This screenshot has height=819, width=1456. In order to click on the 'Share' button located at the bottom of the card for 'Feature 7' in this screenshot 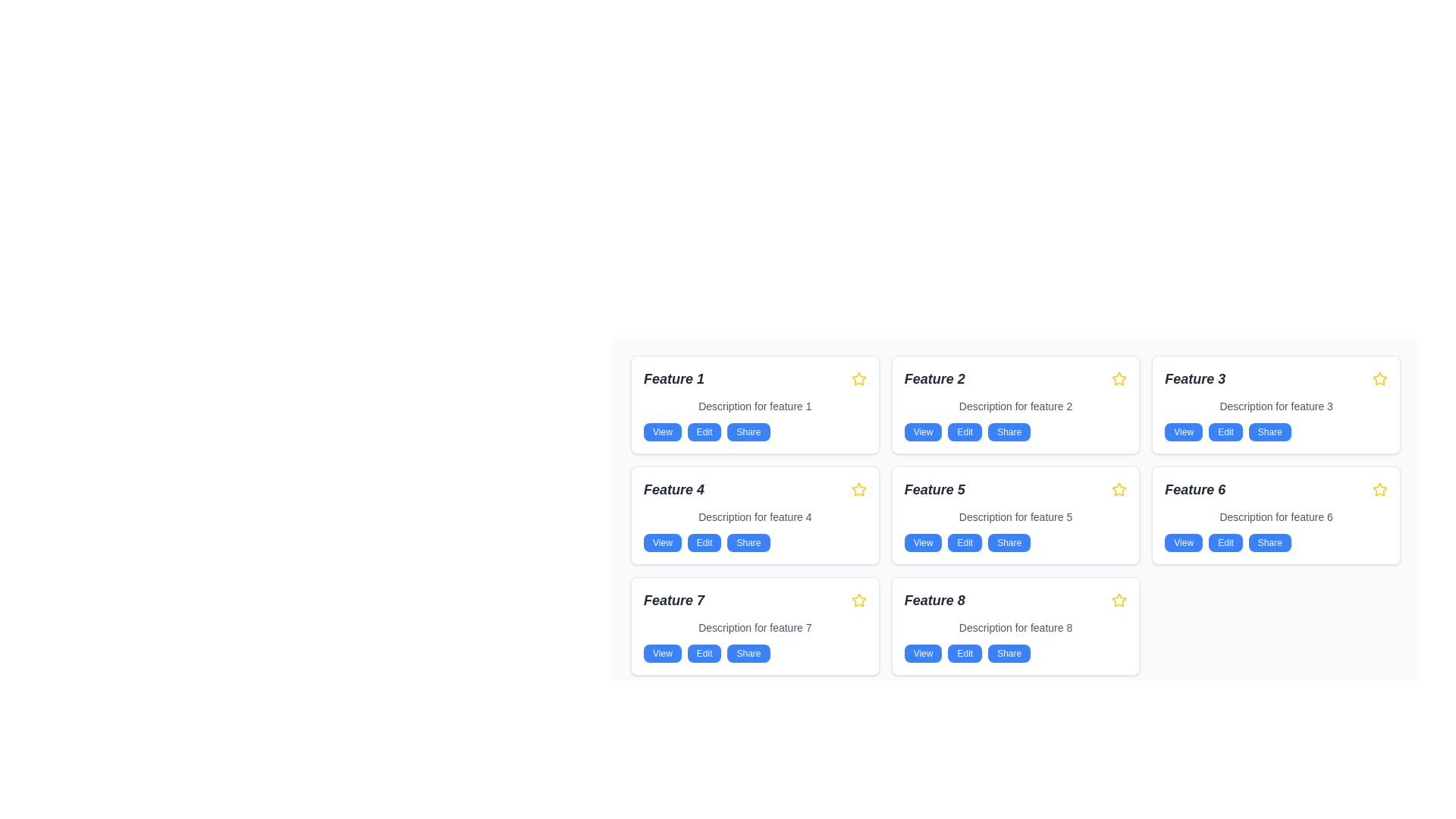, I will do `click(748, 652)`.